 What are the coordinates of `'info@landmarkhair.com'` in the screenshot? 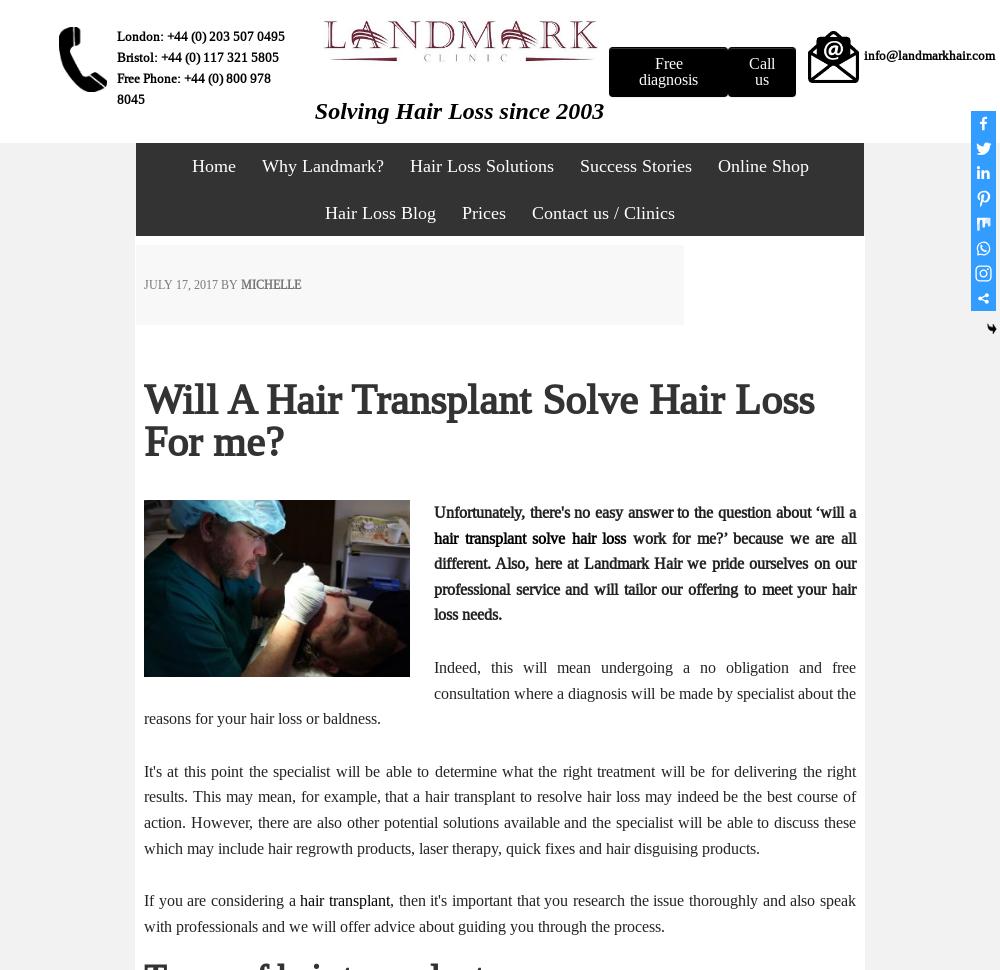 It's located at (928, 54).